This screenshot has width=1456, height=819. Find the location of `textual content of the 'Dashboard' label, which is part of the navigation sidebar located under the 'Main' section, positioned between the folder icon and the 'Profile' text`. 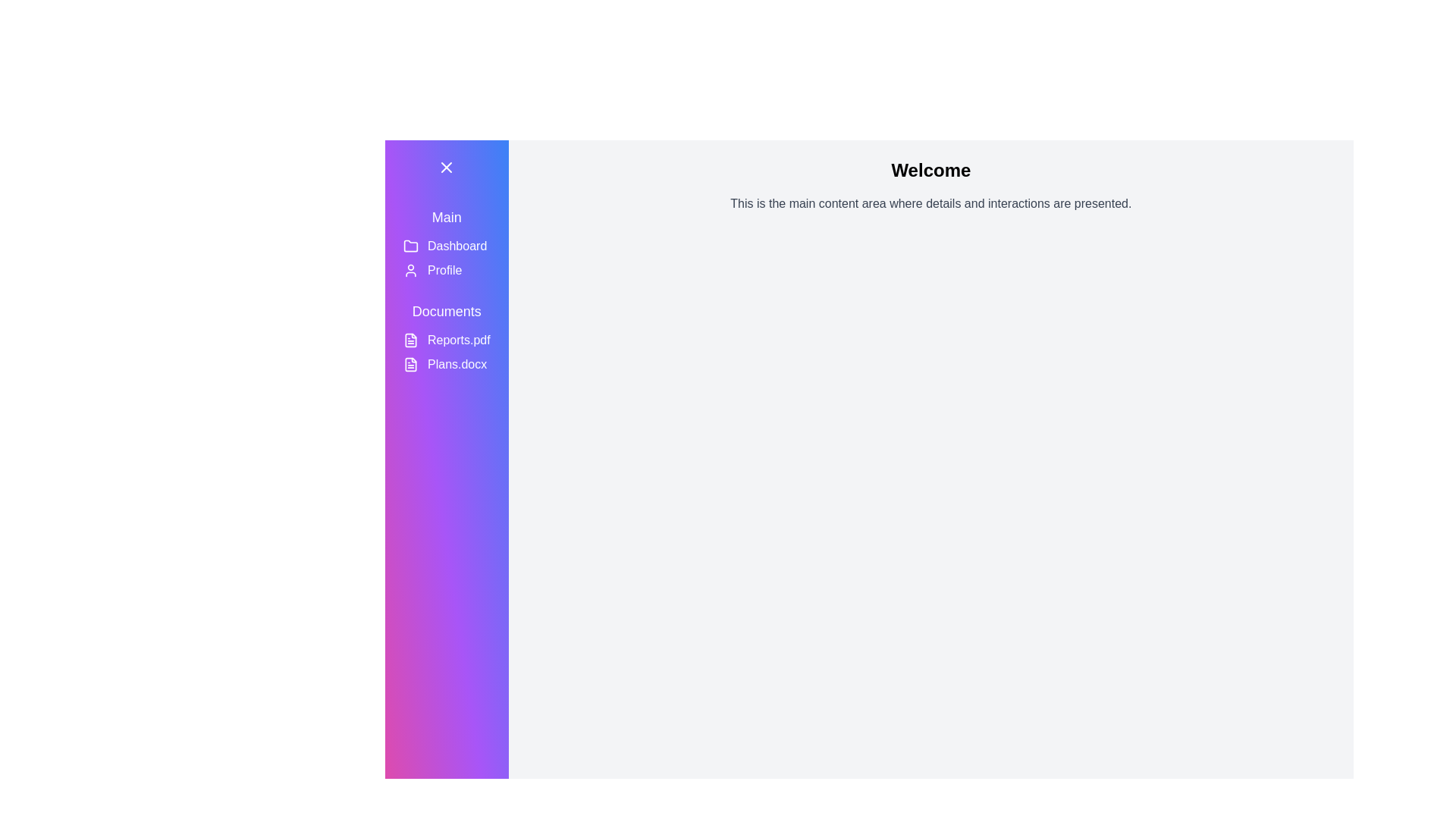

textual content of the 'Dashboard' label, which is part of the navigation sidebar located under the 'Main' section, positioned between the folder icon and the 'Profile' text is located at coordinates (457, 245).